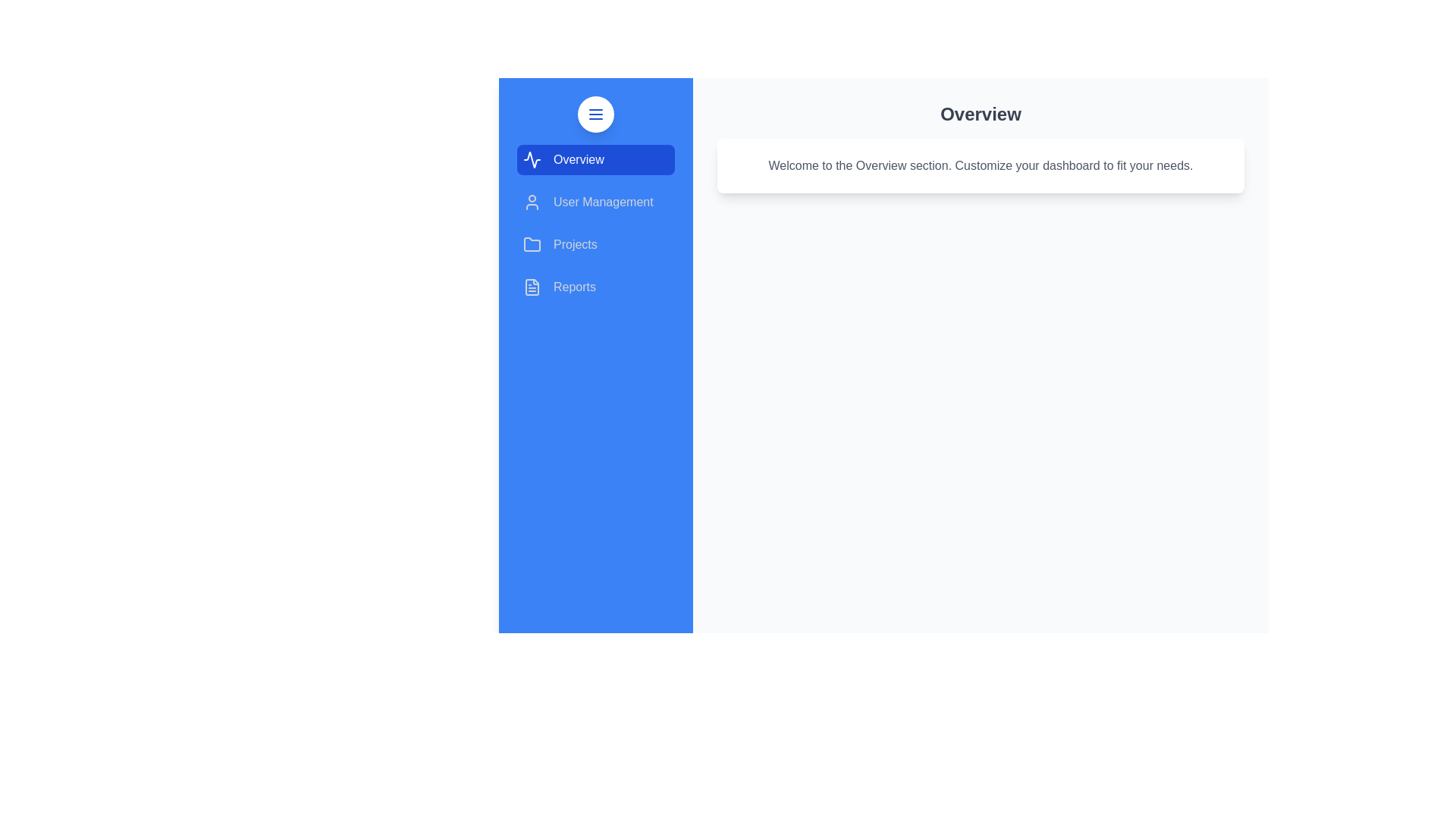 This screenshot has height=819, width=1456. What do you see at coordinates (595, 160) in the screenshot?
I see `the sidebar item corresponding to Overview` at bounding box center [595, 160].